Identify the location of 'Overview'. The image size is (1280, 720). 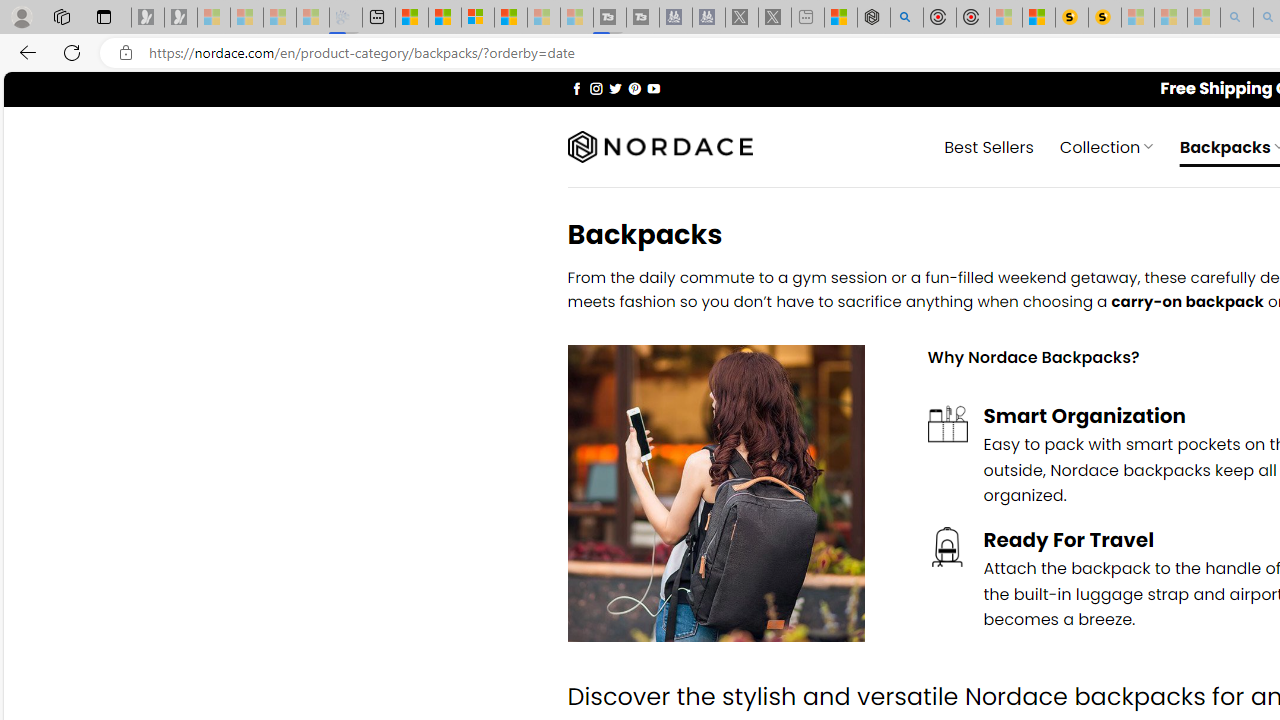
(477, 17).